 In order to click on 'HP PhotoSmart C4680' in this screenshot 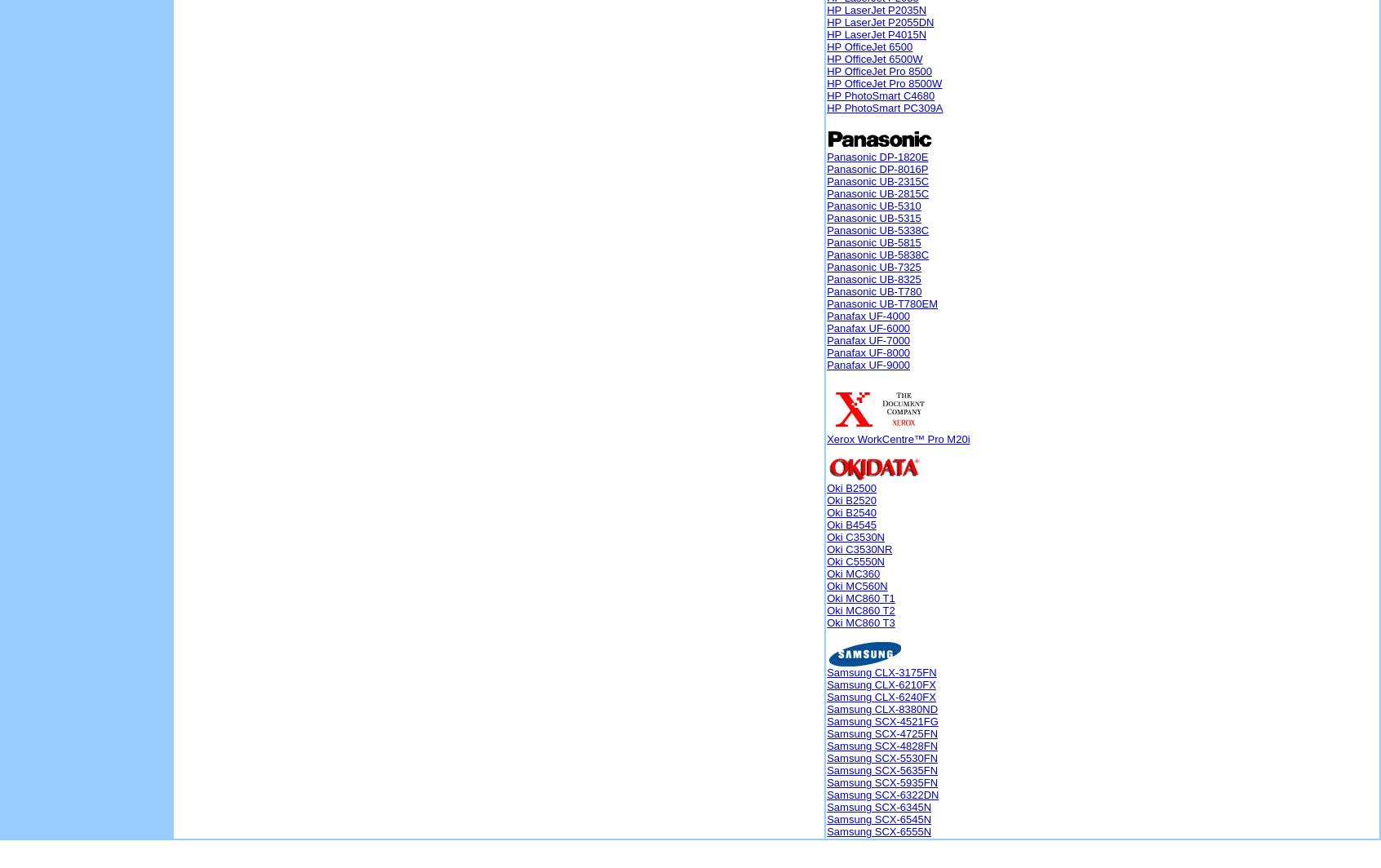, I will do `click(880, 95)`.